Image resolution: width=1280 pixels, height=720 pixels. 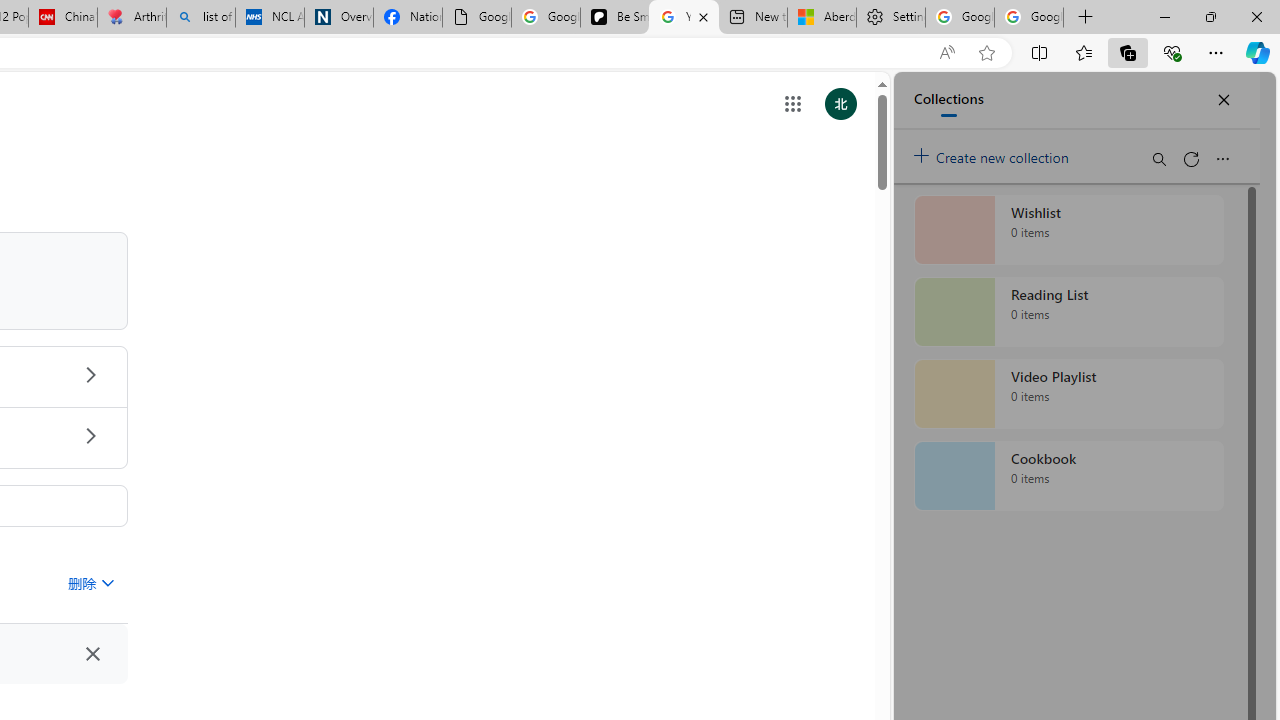 I want to click on 'Google Analytics Opt-out Browser Add-on Download Page', so click(x=475, y=17).